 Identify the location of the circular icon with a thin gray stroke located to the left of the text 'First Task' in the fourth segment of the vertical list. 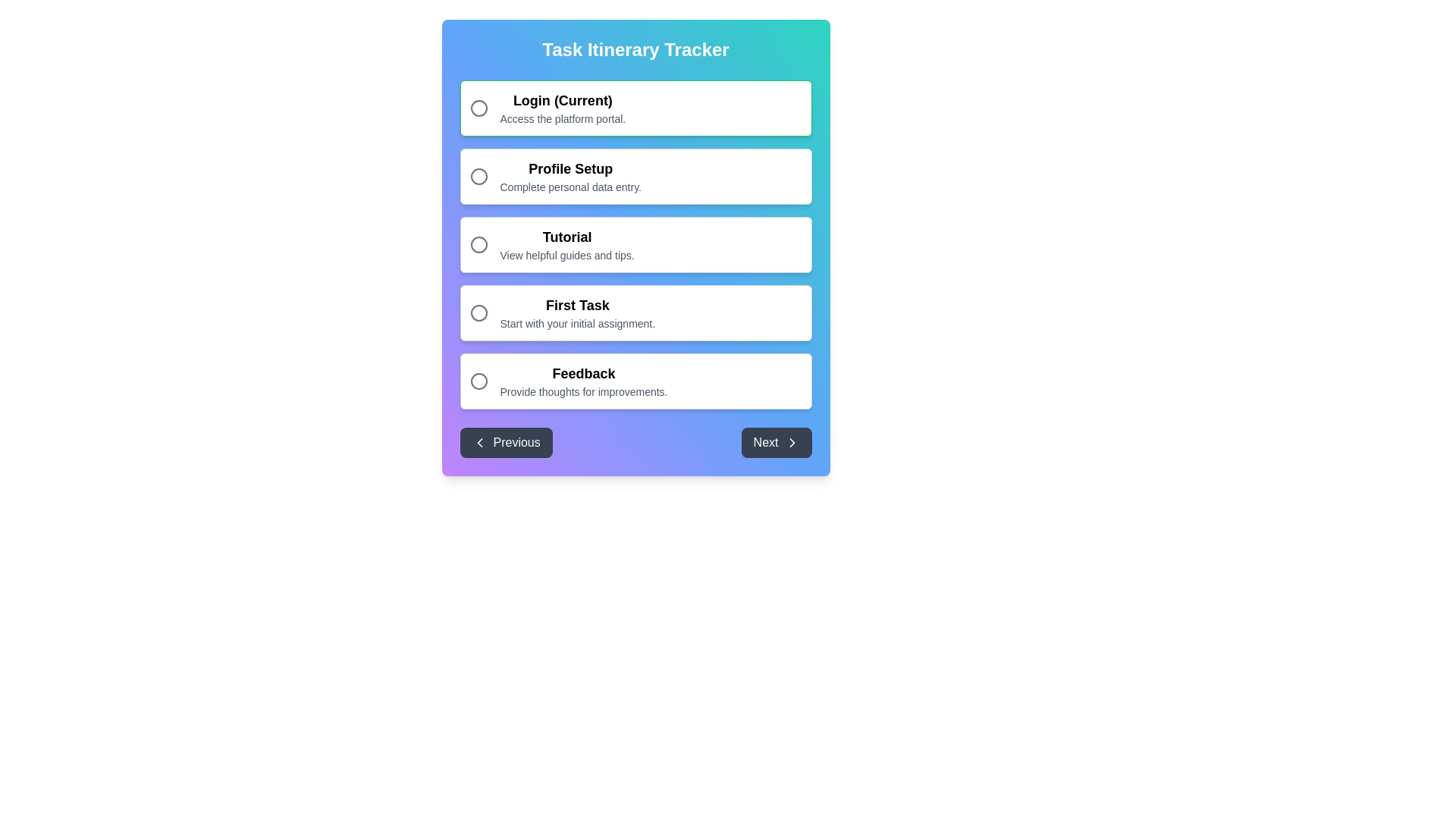
(478, 312).